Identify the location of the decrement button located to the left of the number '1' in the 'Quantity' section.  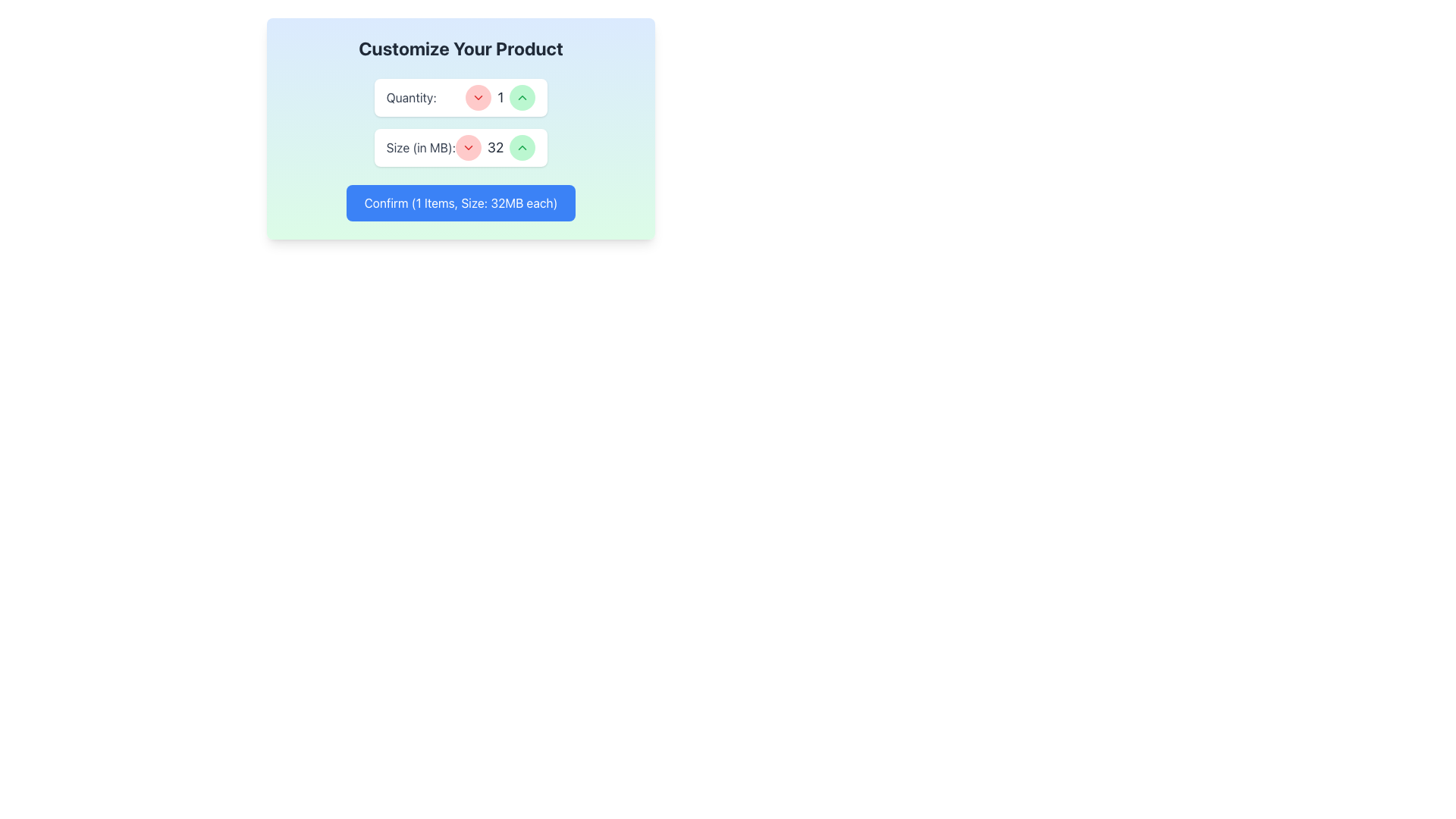
(478, 97).